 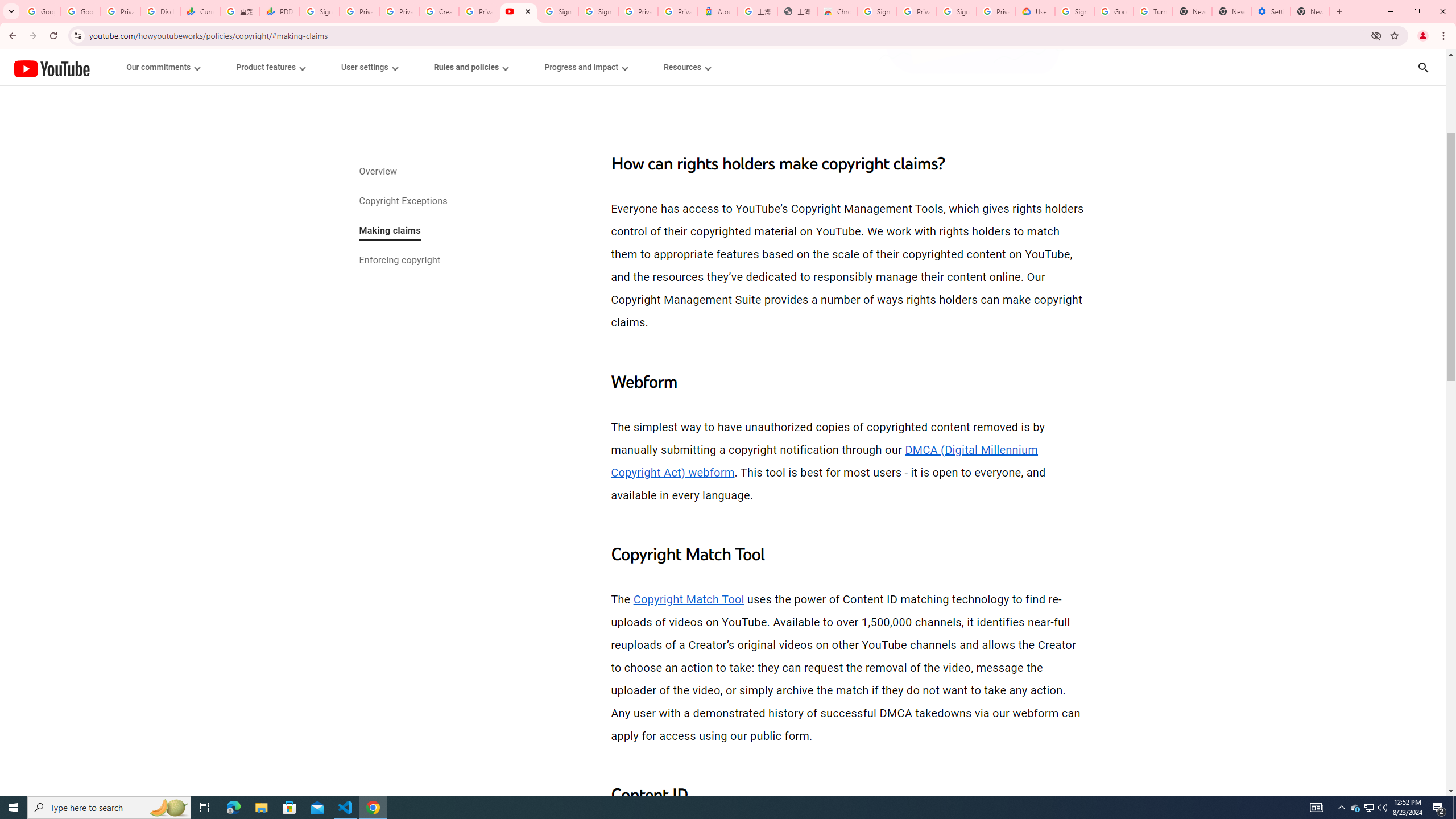 I want to click on 'Copyright Match Tool', so click(x=688, y=599).